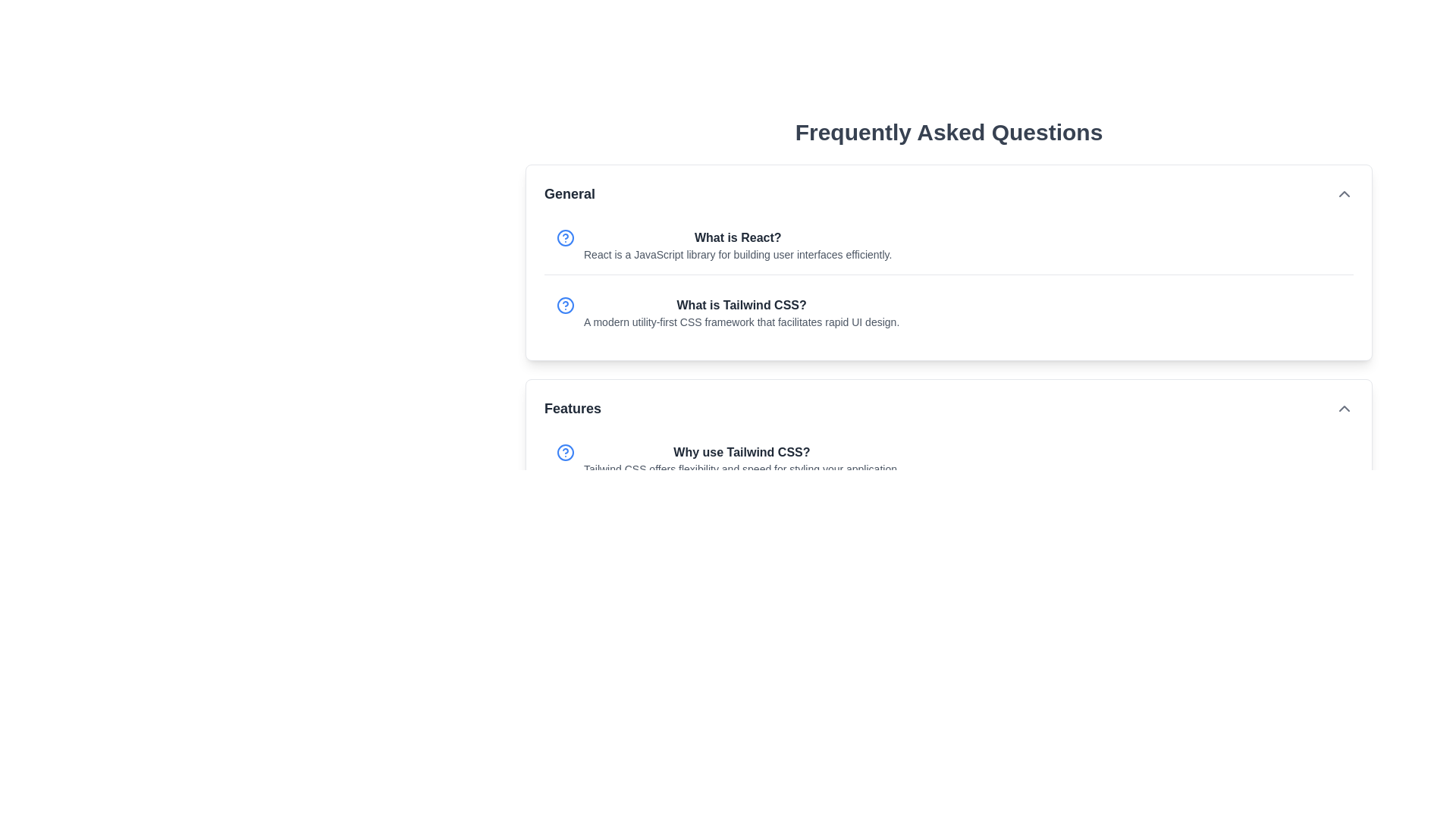  Describe the element at coordinates (564, 305) in the screenshot. I see `the appearance of the vector-based circular component rendered as an SVG located next to the 'What is Tailwind CSS?' question in the 'General' section` at that location.